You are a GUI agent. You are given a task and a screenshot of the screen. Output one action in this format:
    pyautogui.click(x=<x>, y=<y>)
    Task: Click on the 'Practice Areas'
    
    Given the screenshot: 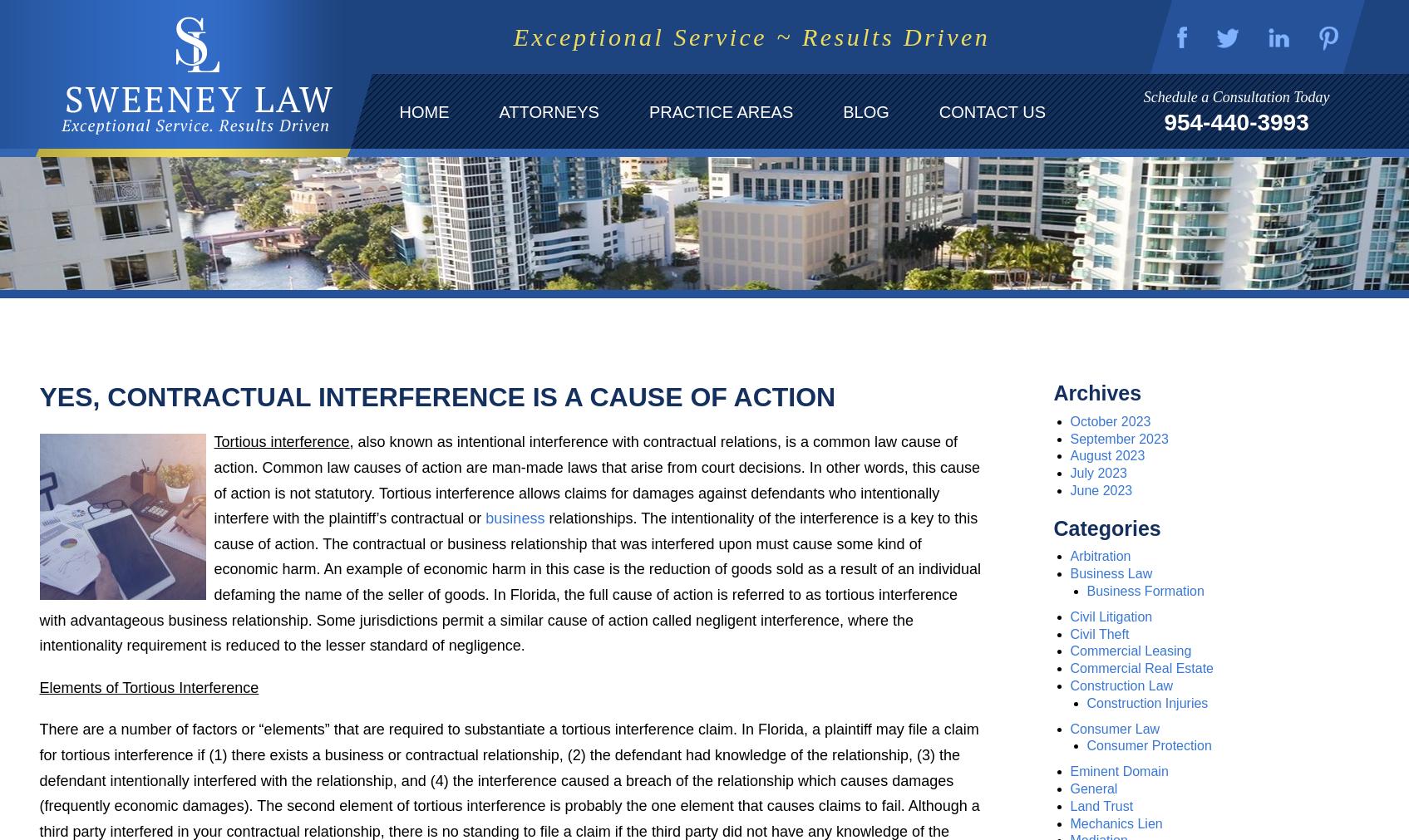 What is the action you would take?
    pyautogui.click(x=719, y=111)
    